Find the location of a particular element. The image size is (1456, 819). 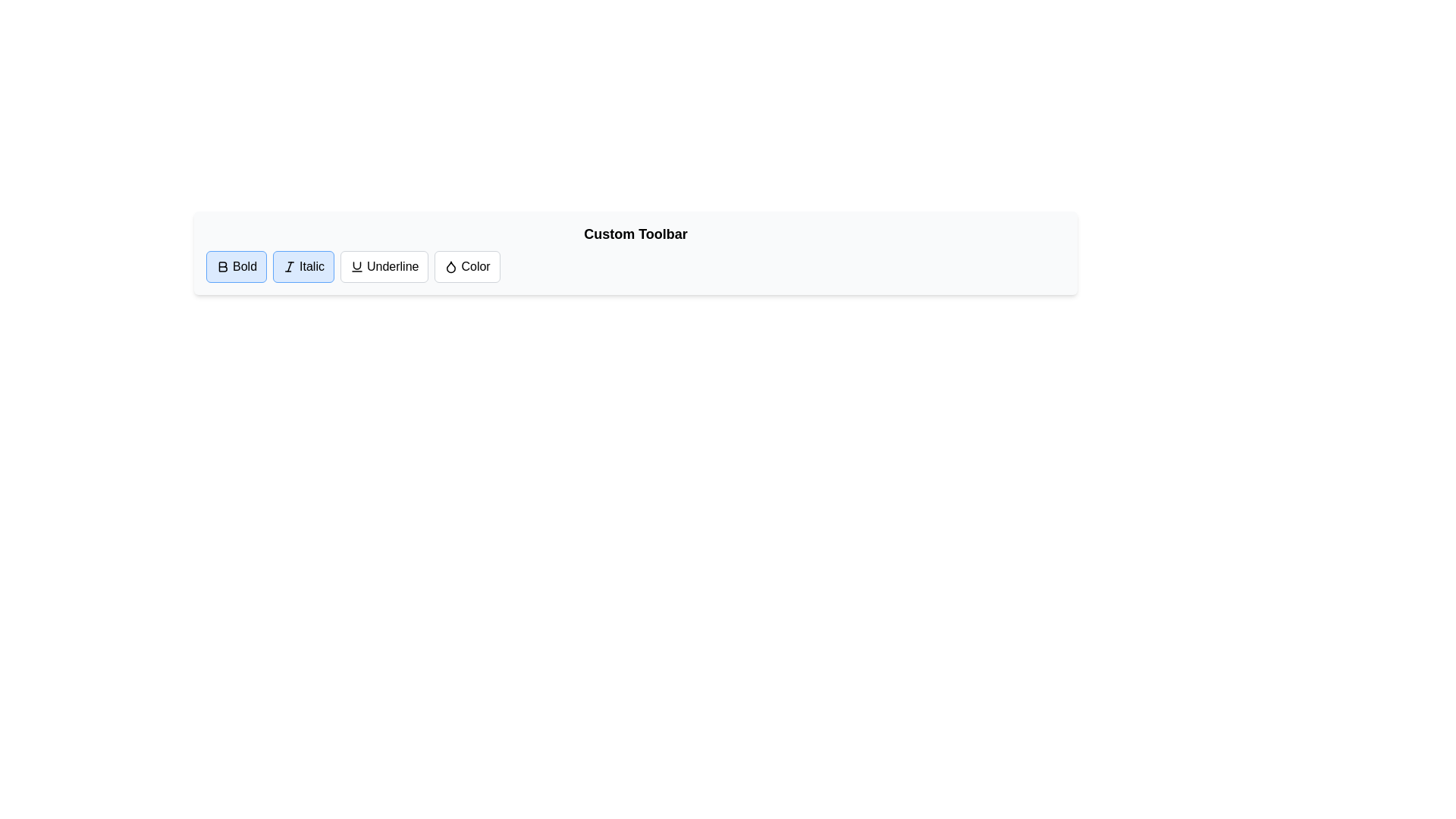

the text label displaying 'Bold', which is contained within a button group with a blue background, located in the toolbar section's leftmost button group is located at coordinates (244, 265).